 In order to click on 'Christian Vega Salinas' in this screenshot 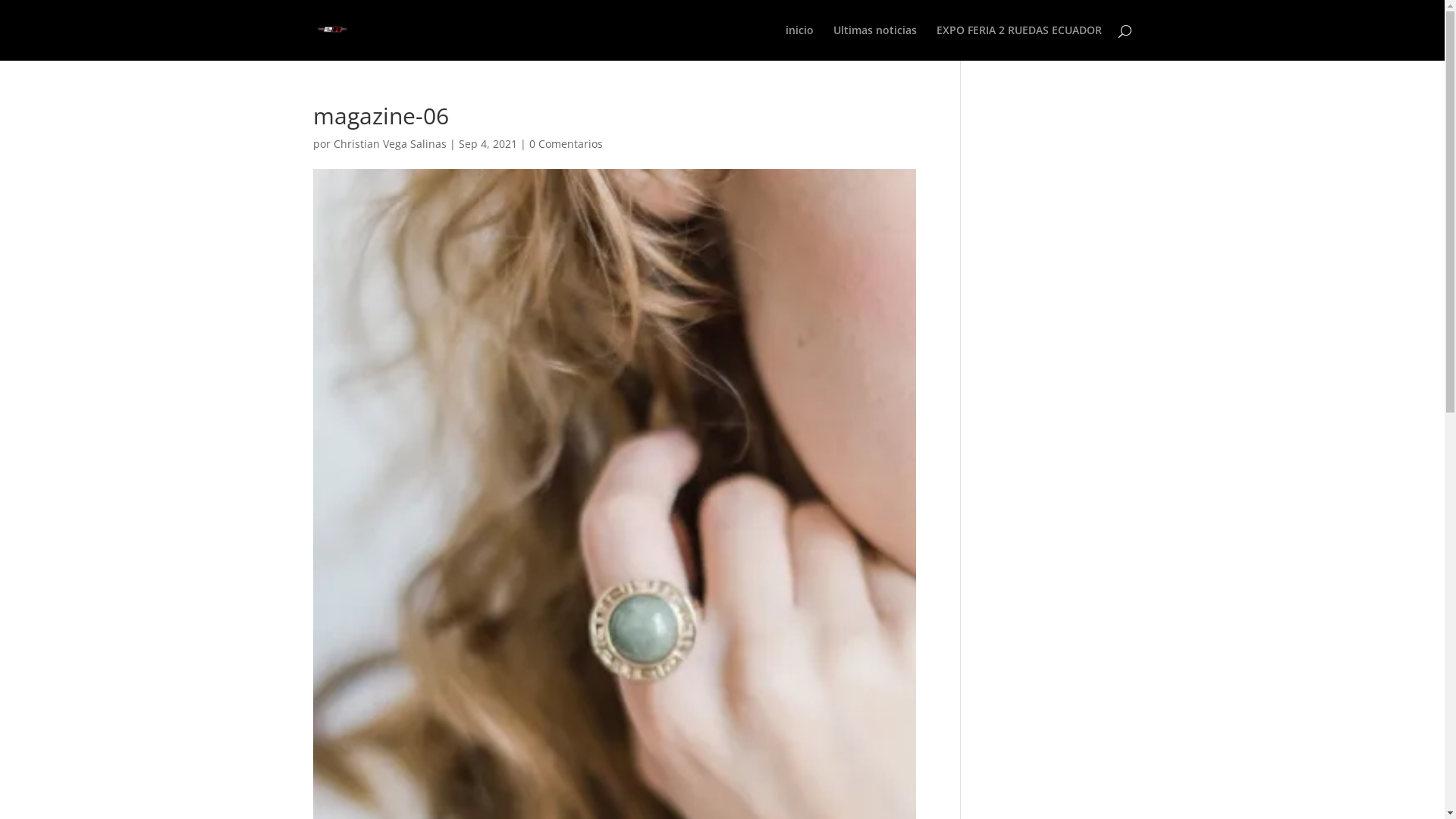, I will do `click(390, 143)`.